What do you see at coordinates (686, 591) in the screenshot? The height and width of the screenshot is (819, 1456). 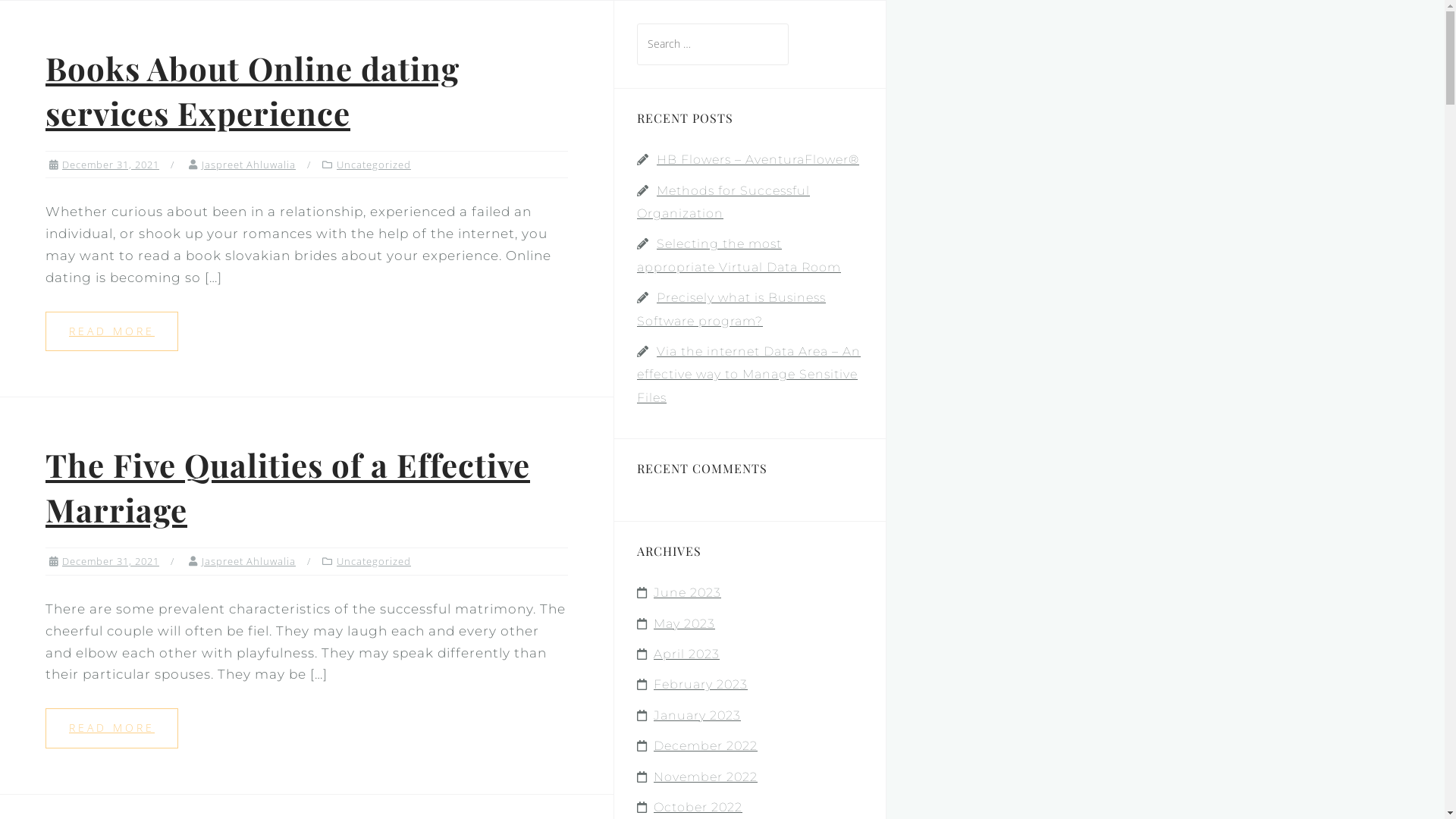 I see `'June 2023'` at bounding box center [686, 591].